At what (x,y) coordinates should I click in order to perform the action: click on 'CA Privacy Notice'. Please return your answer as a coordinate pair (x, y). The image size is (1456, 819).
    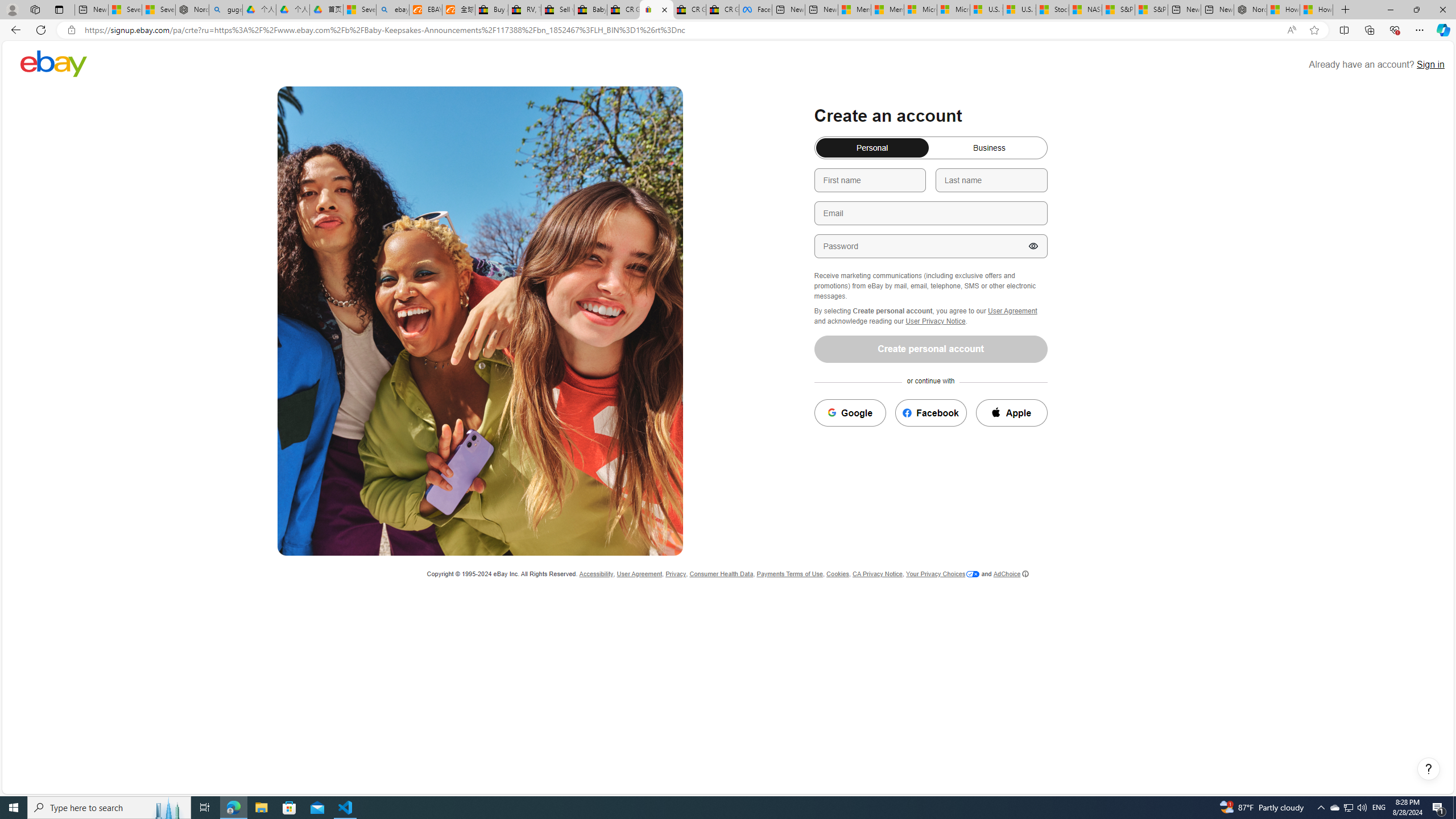
    Looking at the image, I should click on (876, 573).